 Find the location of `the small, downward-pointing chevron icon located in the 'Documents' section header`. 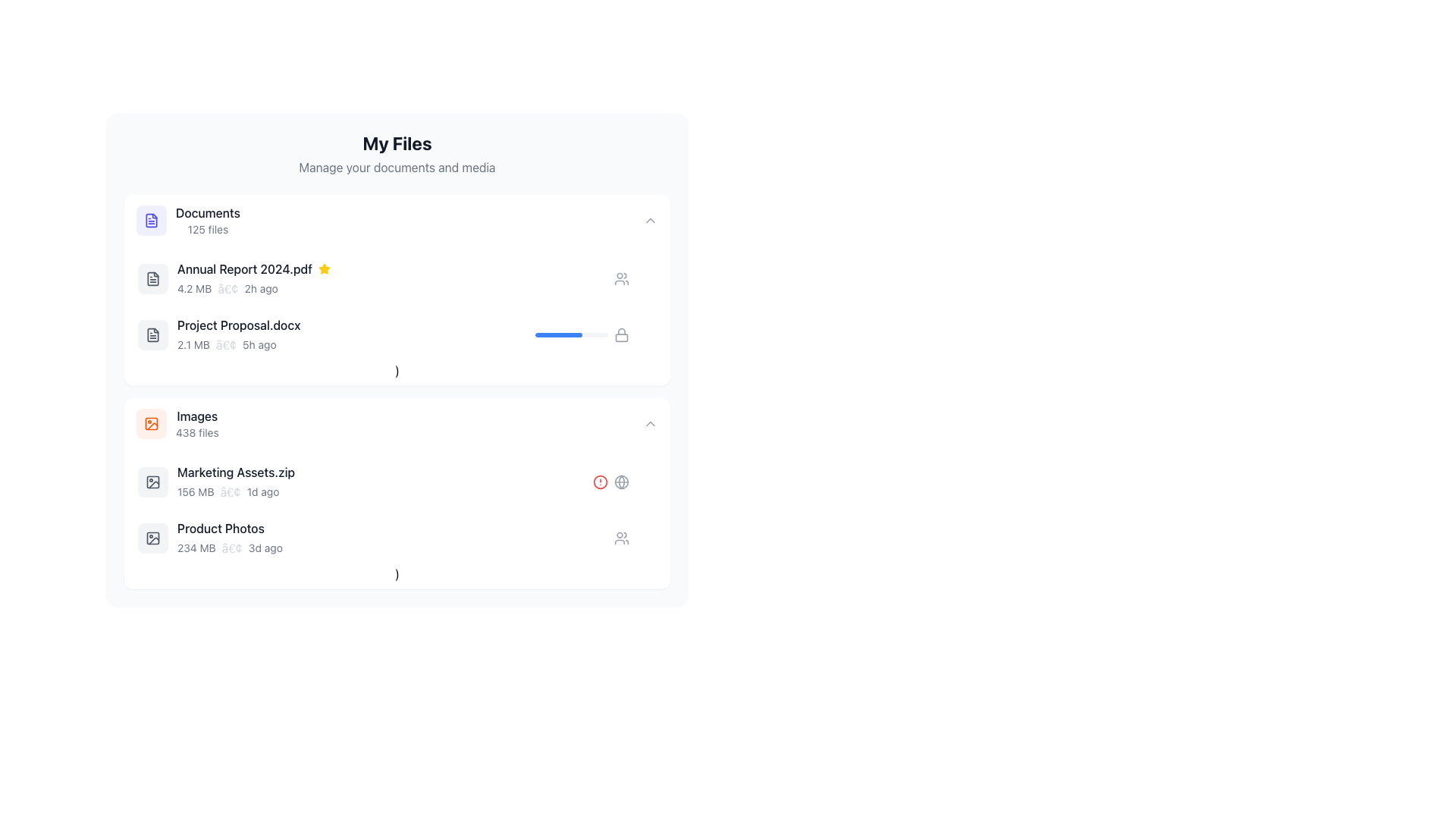

the small, downward-pointing chevron icon located in the 'Documents' section header is located at coordinates (651, 220).